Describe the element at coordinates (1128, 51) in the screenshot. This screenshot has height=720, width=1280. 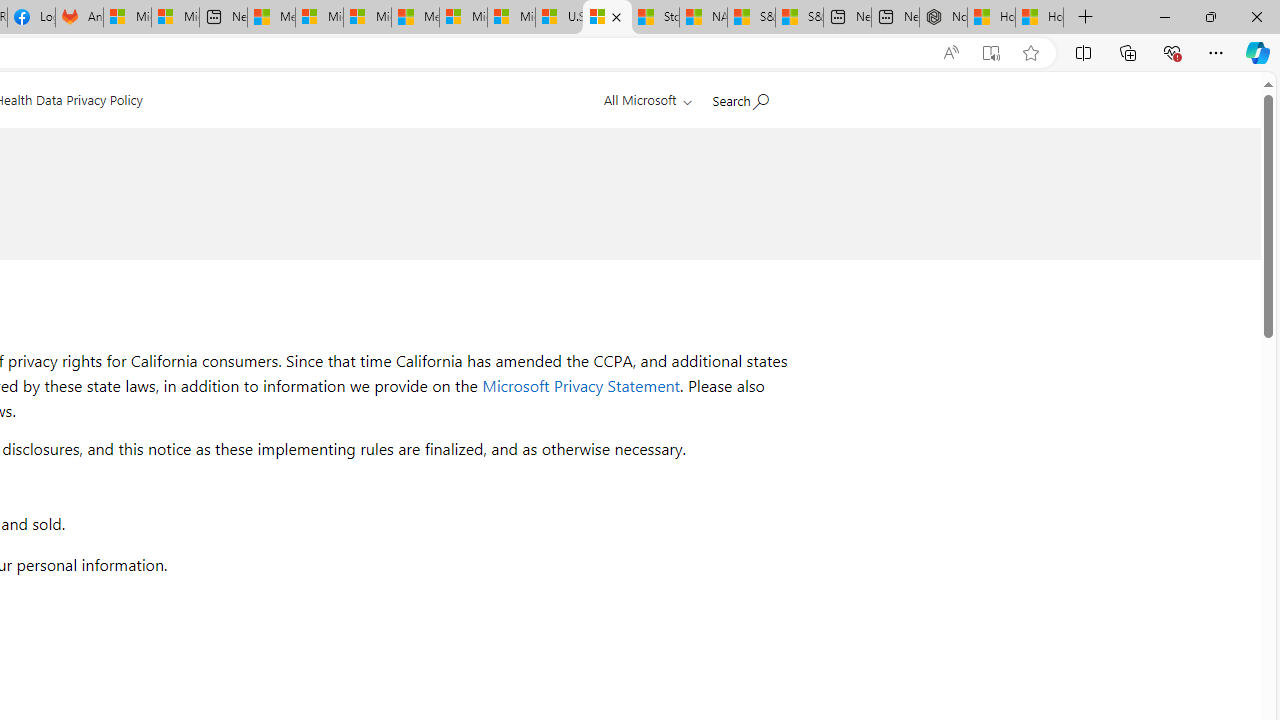
I see `'Collections'` at that location.